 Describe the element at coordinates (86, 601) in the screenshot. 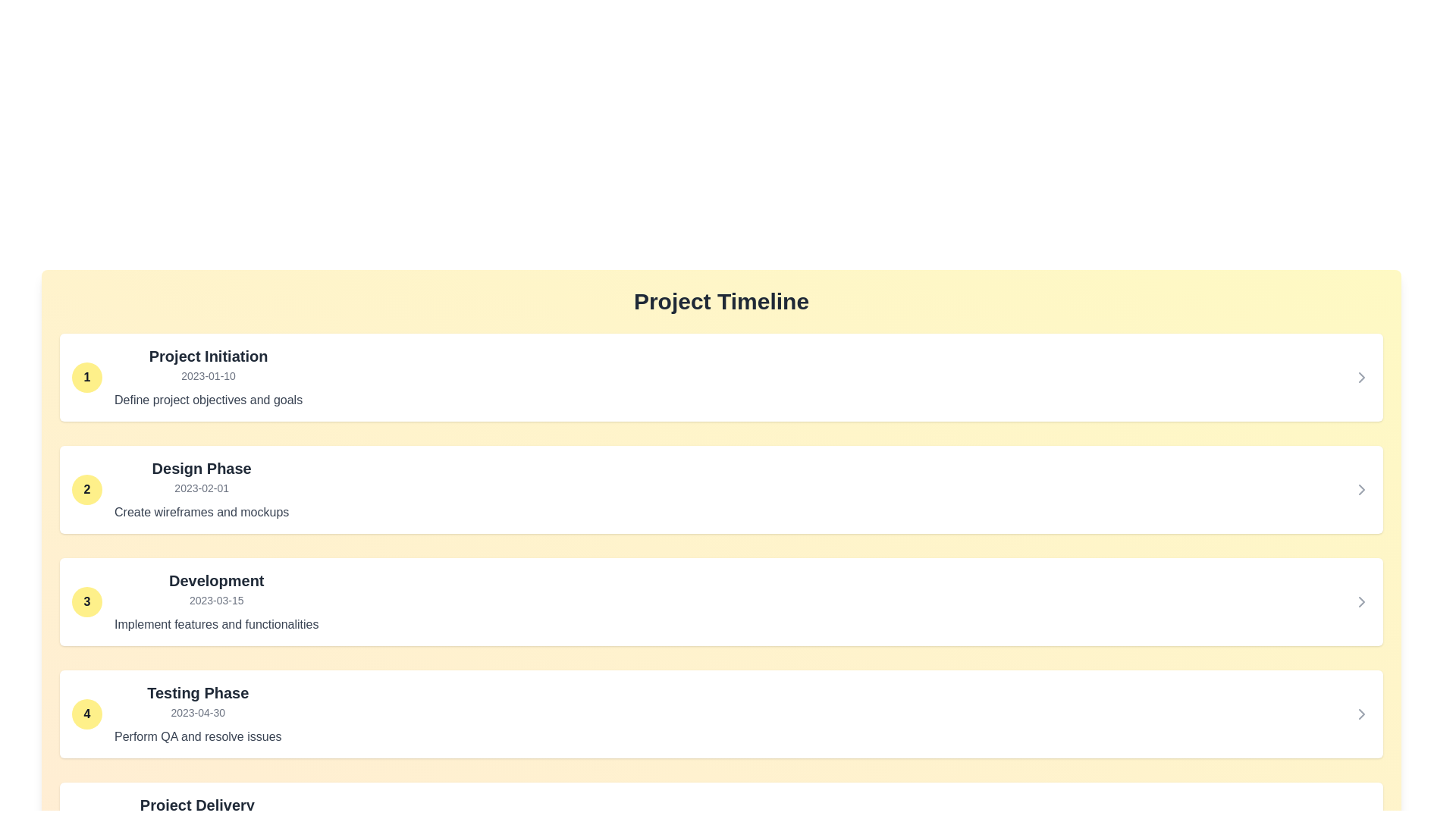

I see `the circular badge with a yellow background displaying the numeral '3' in dark gray text, located to the left of the text 'Development'` at that location.